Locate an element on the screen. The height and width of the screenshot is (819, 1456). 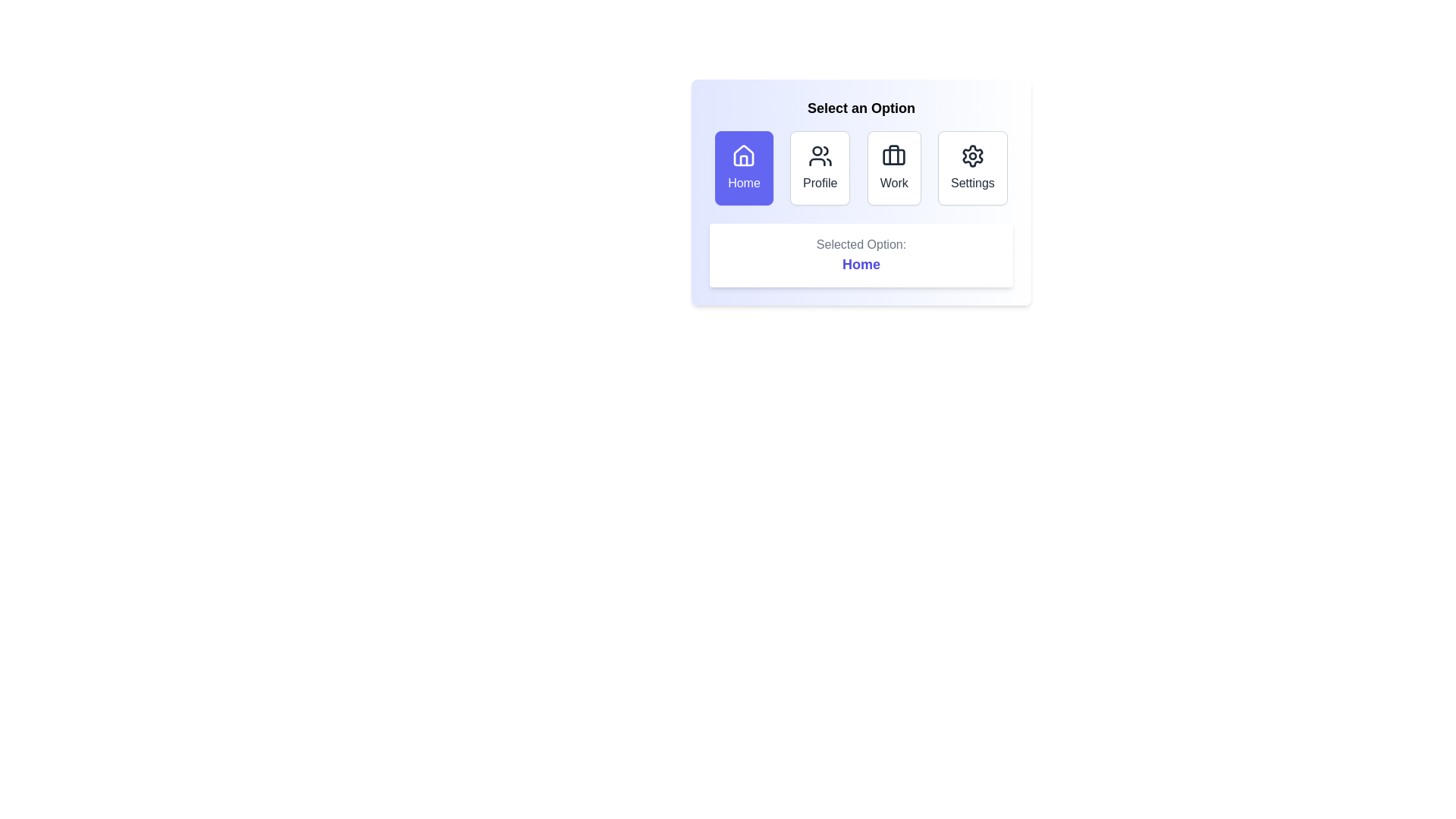
the Settings button to select it is located at coordinates (972, 168).